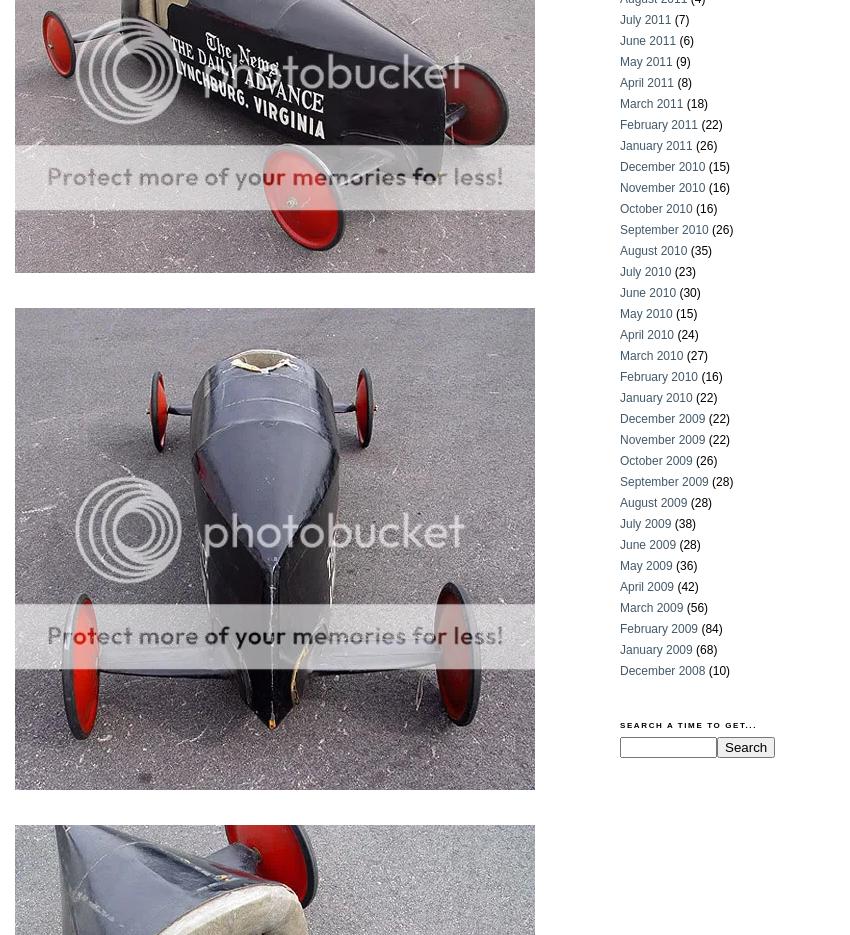 This screenshot has height=935, width=850. What do you see at coordinates (656, 207) in the screenshot?
I see `'October 2010'` at bounding box center [656, 207].